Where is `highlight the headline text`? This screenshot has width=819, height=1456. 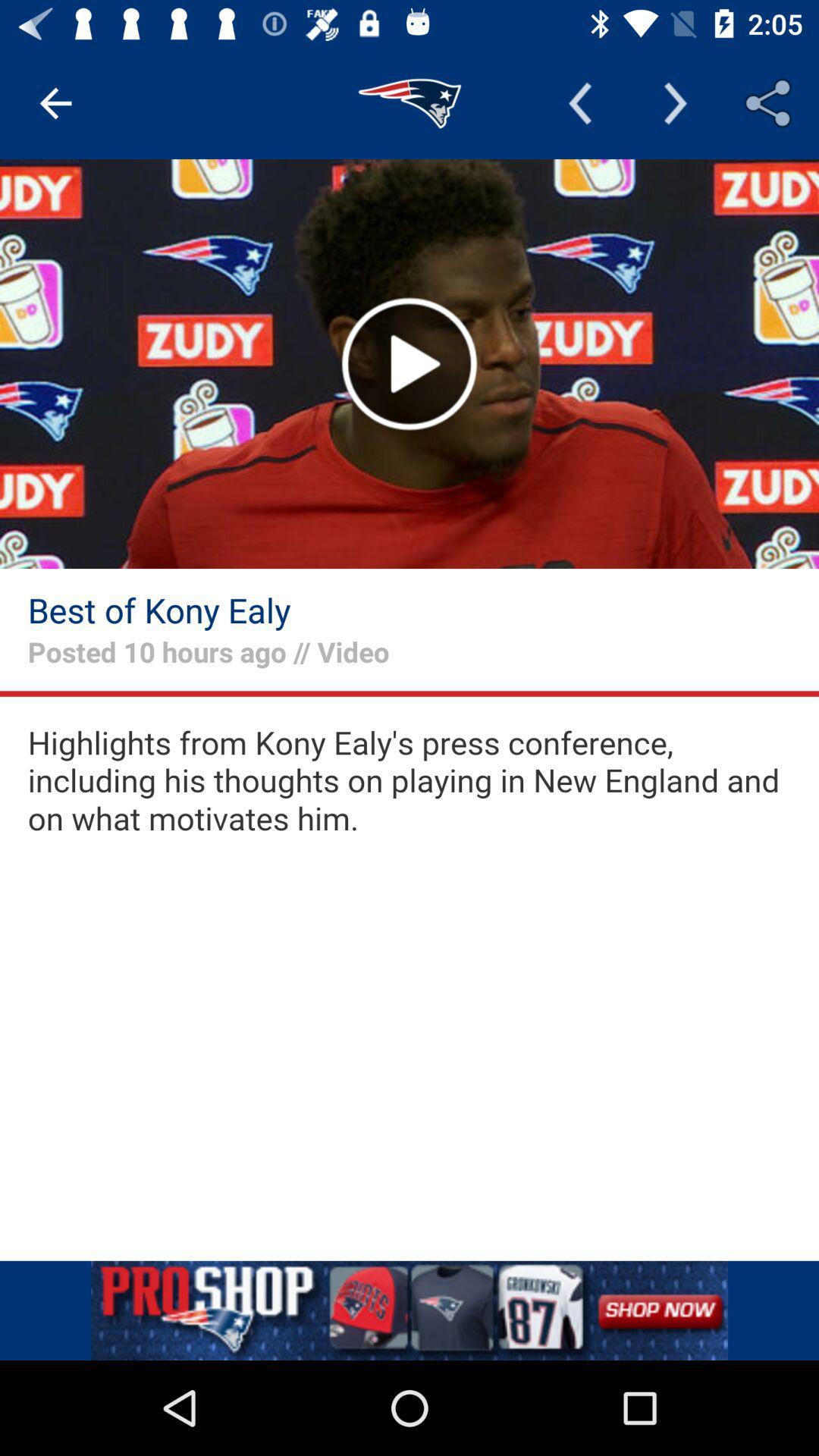
highlight the headline text is located at coordinates (409, 781).